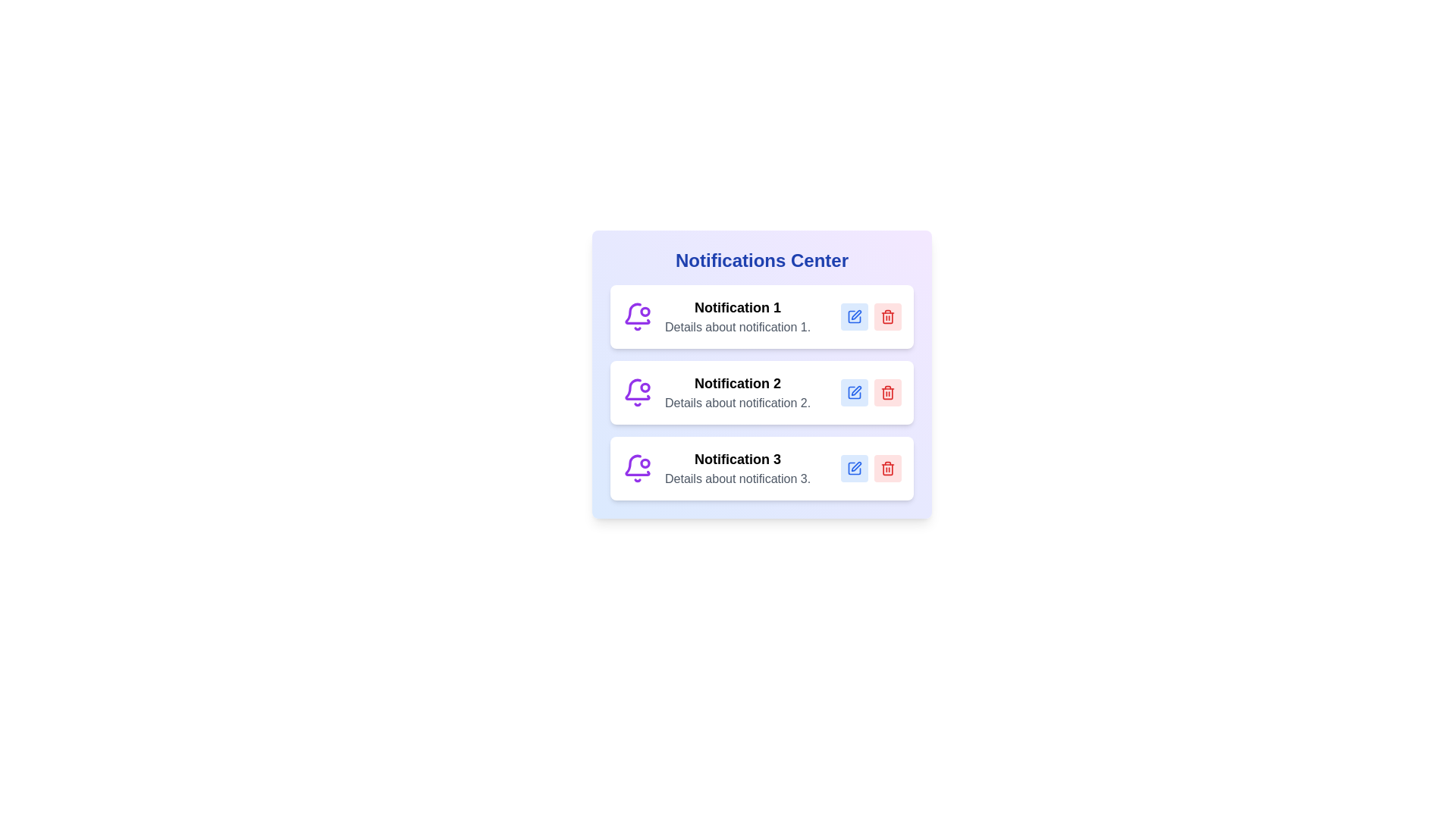  What do you see at coordinates (738, 403) in the screenshot?
I see `the text label displaying 'Details about notification 2.' which is styled in gray and positioned below 'Notification 2' in the Notifications Center interface` at bounding box center [738, 403].